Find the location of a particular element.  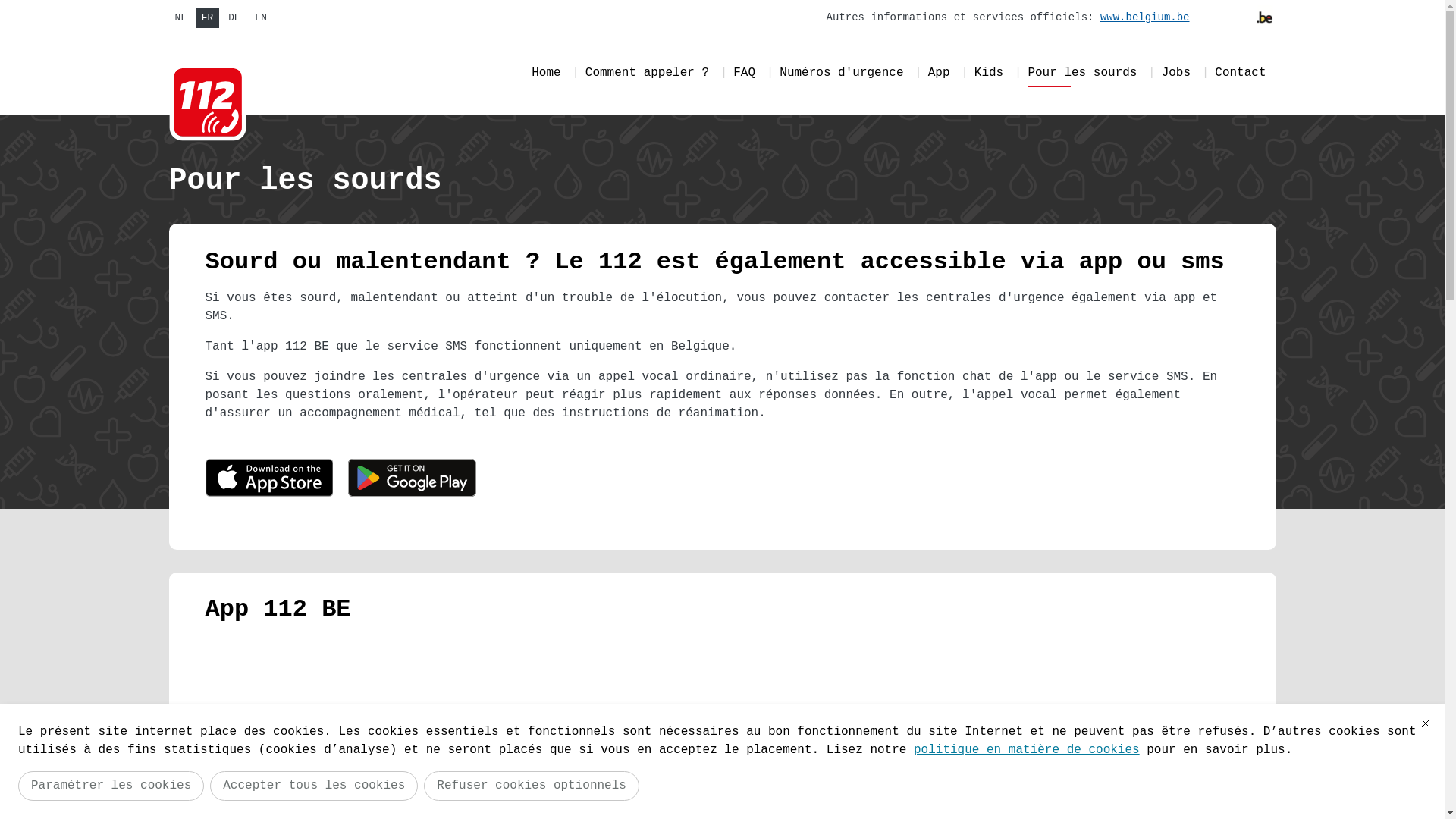

'Jobs' is located at coordinates (1175, 75).